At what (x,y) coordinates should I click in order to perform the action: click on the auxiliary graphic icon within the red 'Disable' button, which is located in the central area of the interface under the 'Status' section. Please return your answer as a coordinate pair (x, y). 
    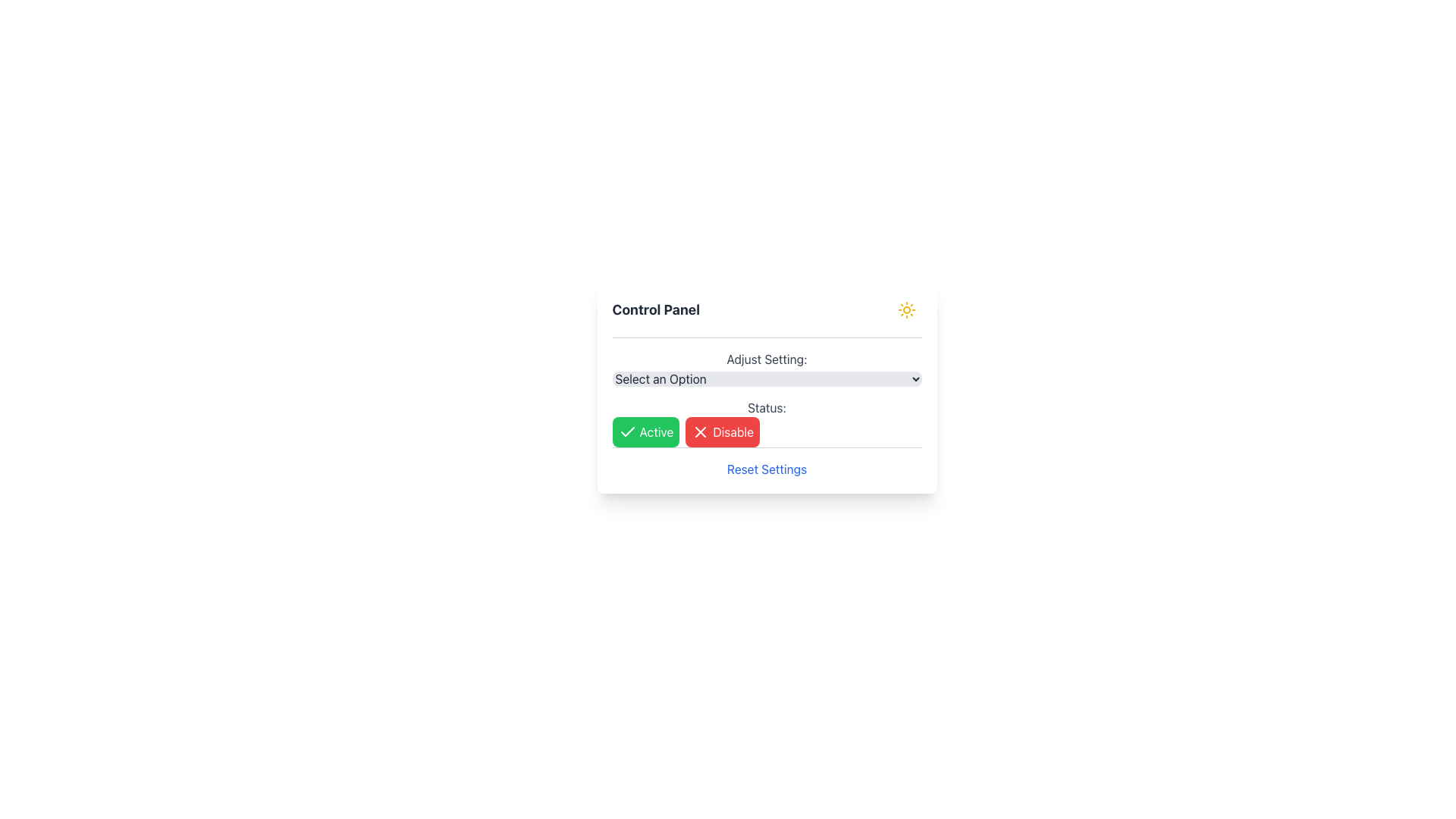
    Looking at the image, I should click on (700, 432).